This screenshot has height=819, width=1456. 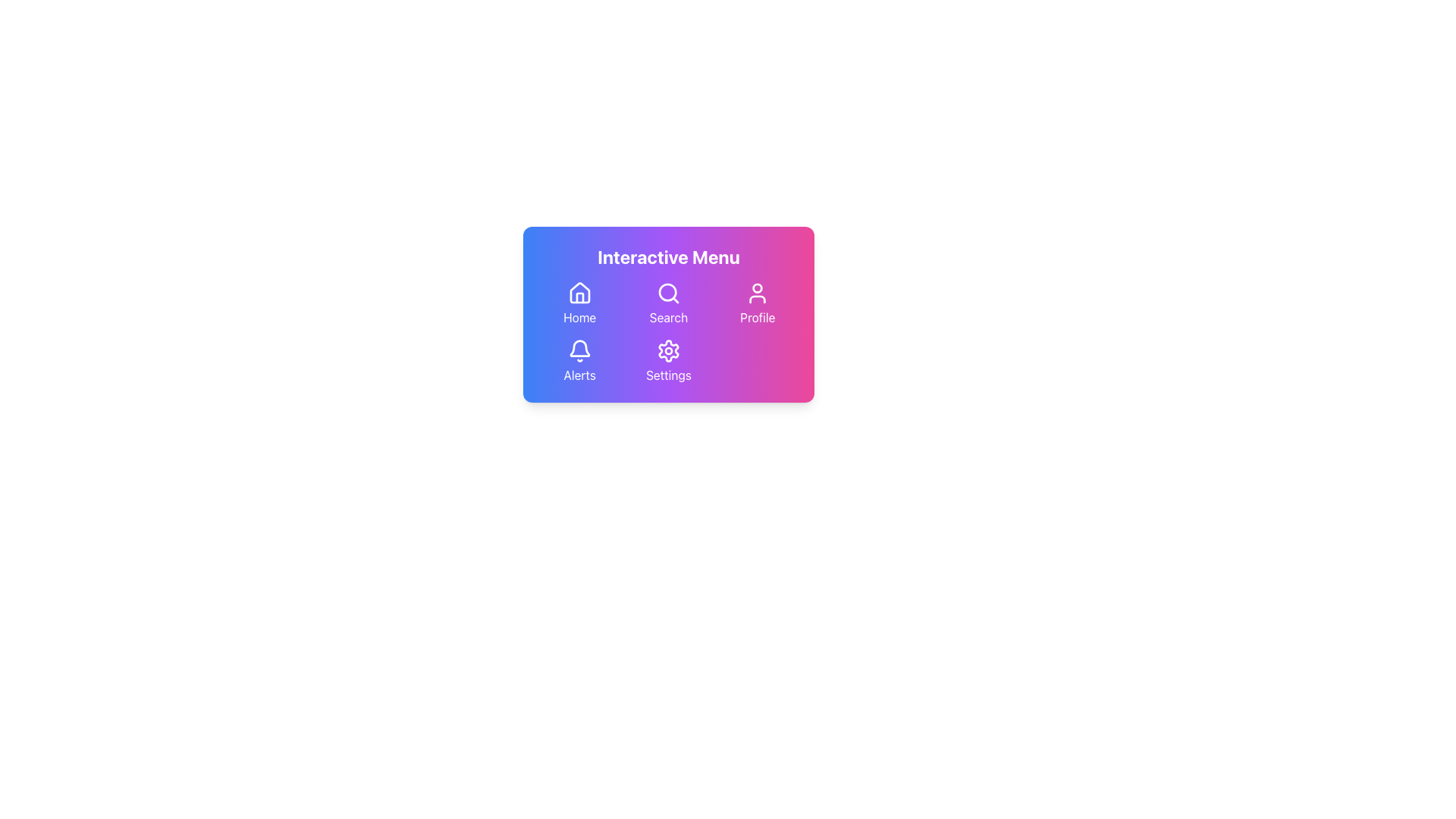 What do you see at coordinates (579, 293) in the screenshot?
I see `the simplistic white vector graphic house icon located in the top-left corner of the 'Interactive Menu'` at bounding box center [579, 293].